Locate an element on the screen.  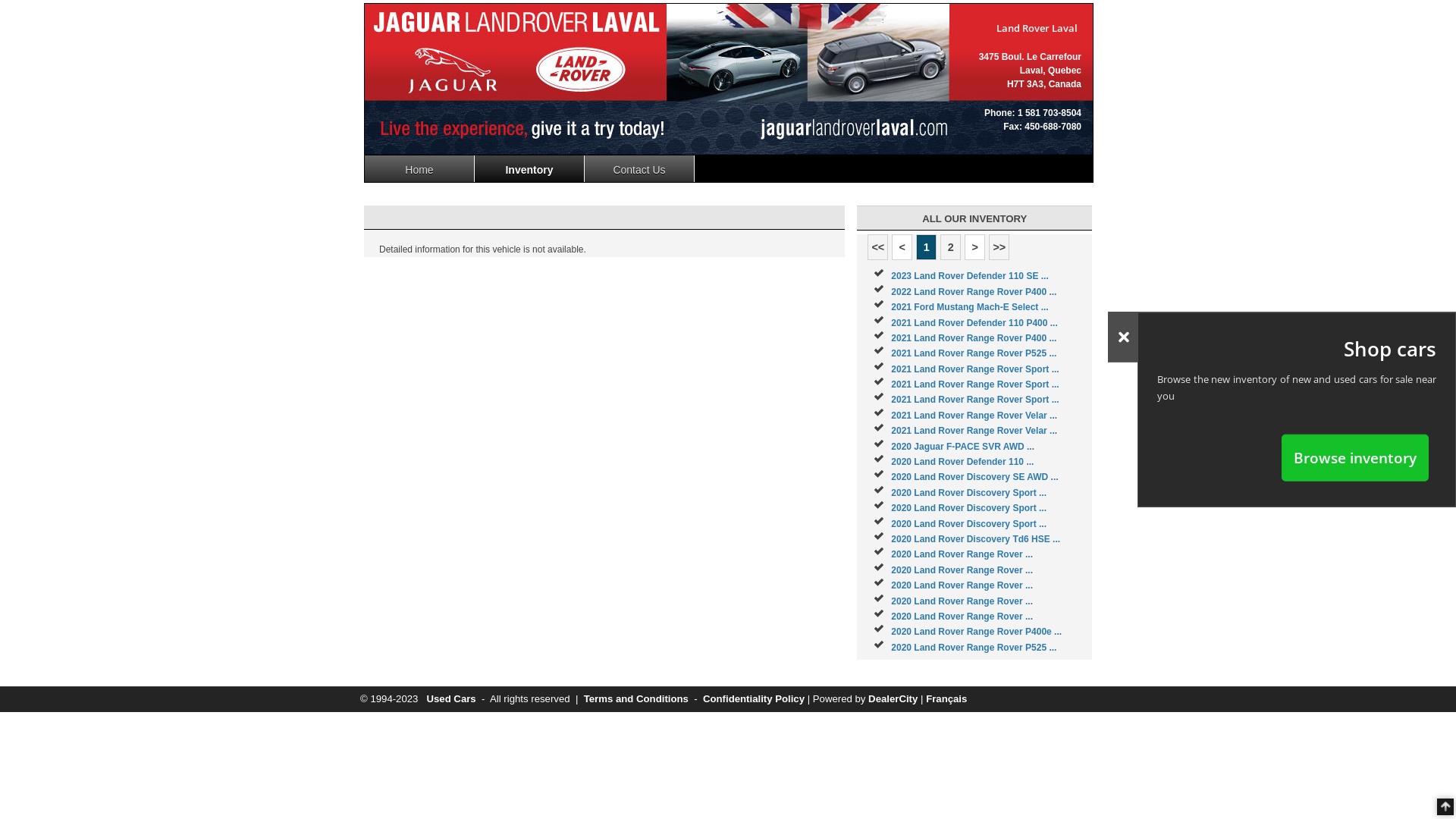
'Browse inventory' is located at coordinates (1354, 457).